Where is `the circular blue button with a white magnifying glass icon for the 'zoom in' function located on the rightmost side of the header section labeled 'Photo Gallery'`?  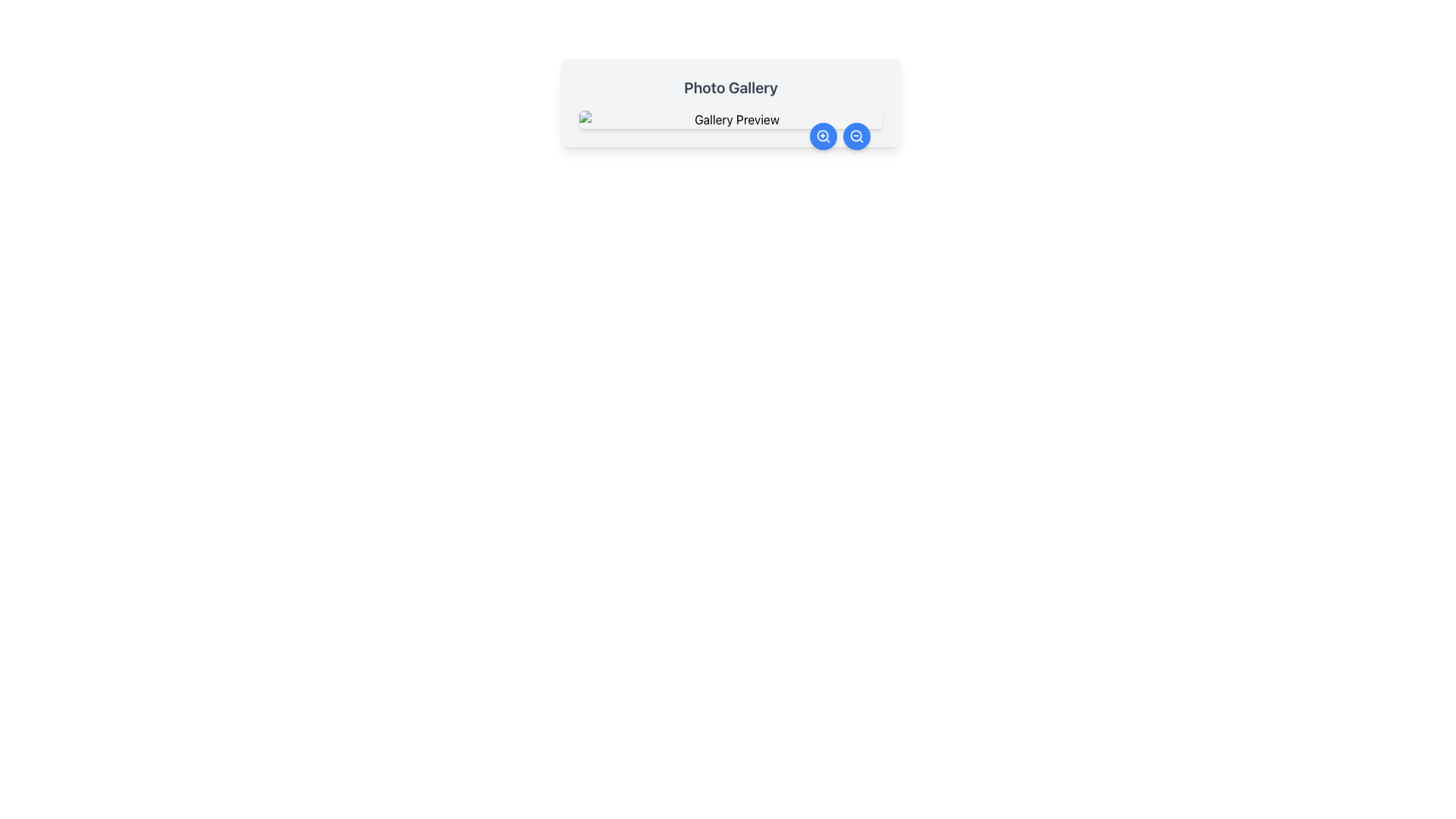 the circular blue button with a white magnifying glass icon for the 'zoom in' function located on the rightmost side of the header section labeled 'Photo Gallery' is located at coordinates (822, 136).